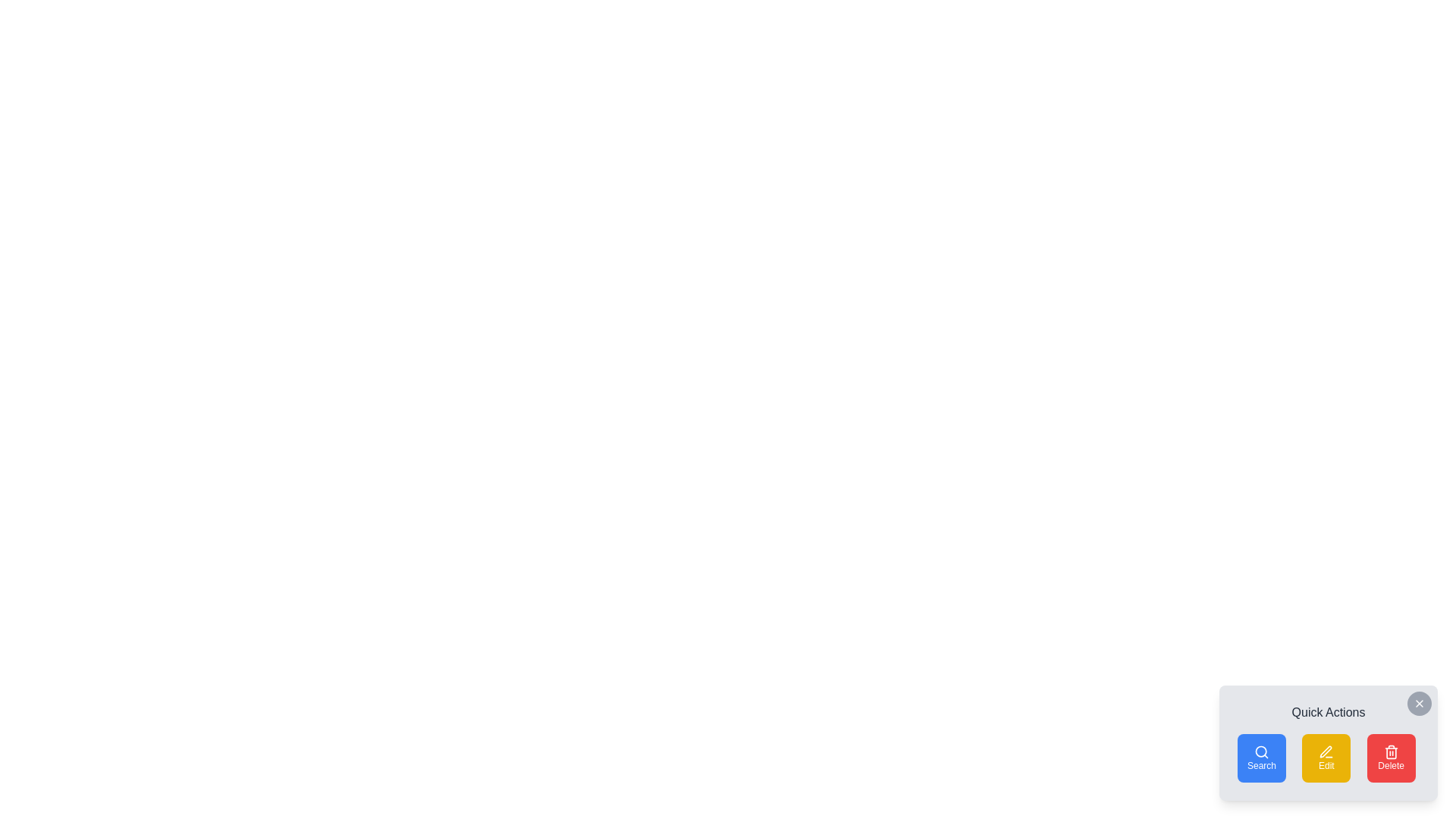 This screenshot has height=819, width=1456. I want to click on the first square button with a rounded blue background containing a magnifying glass icon and a 'Search' label, so click(1262, 758).